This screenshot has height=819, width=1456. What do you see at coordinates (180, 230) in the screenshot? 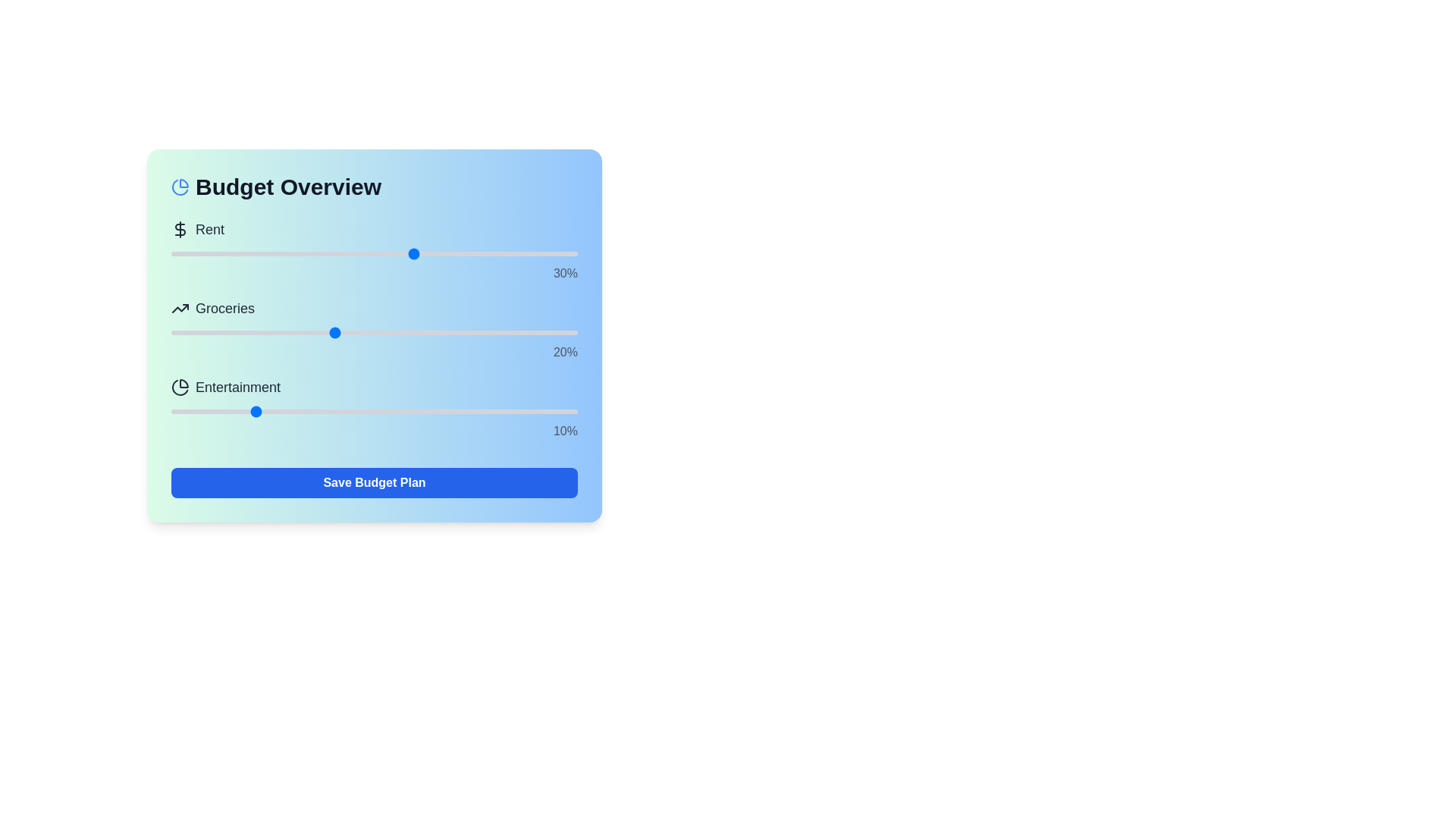
I see `the decorative financial icon located to the left of the 'Rent' label in the 'Budget Overview' section` at bounding box center [180, 230].